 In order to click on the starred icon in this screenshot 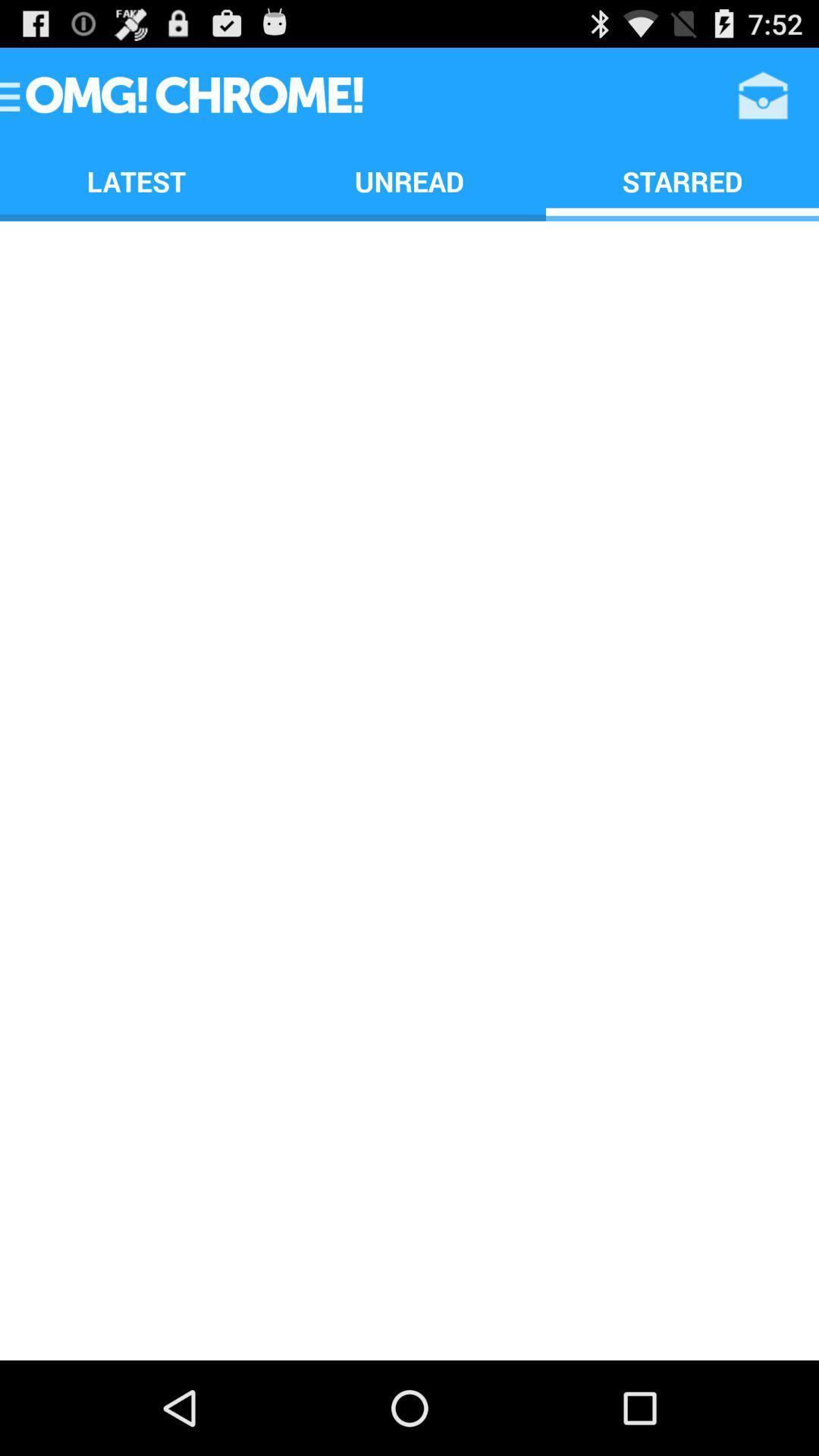, I will do `click(681, 181)`.